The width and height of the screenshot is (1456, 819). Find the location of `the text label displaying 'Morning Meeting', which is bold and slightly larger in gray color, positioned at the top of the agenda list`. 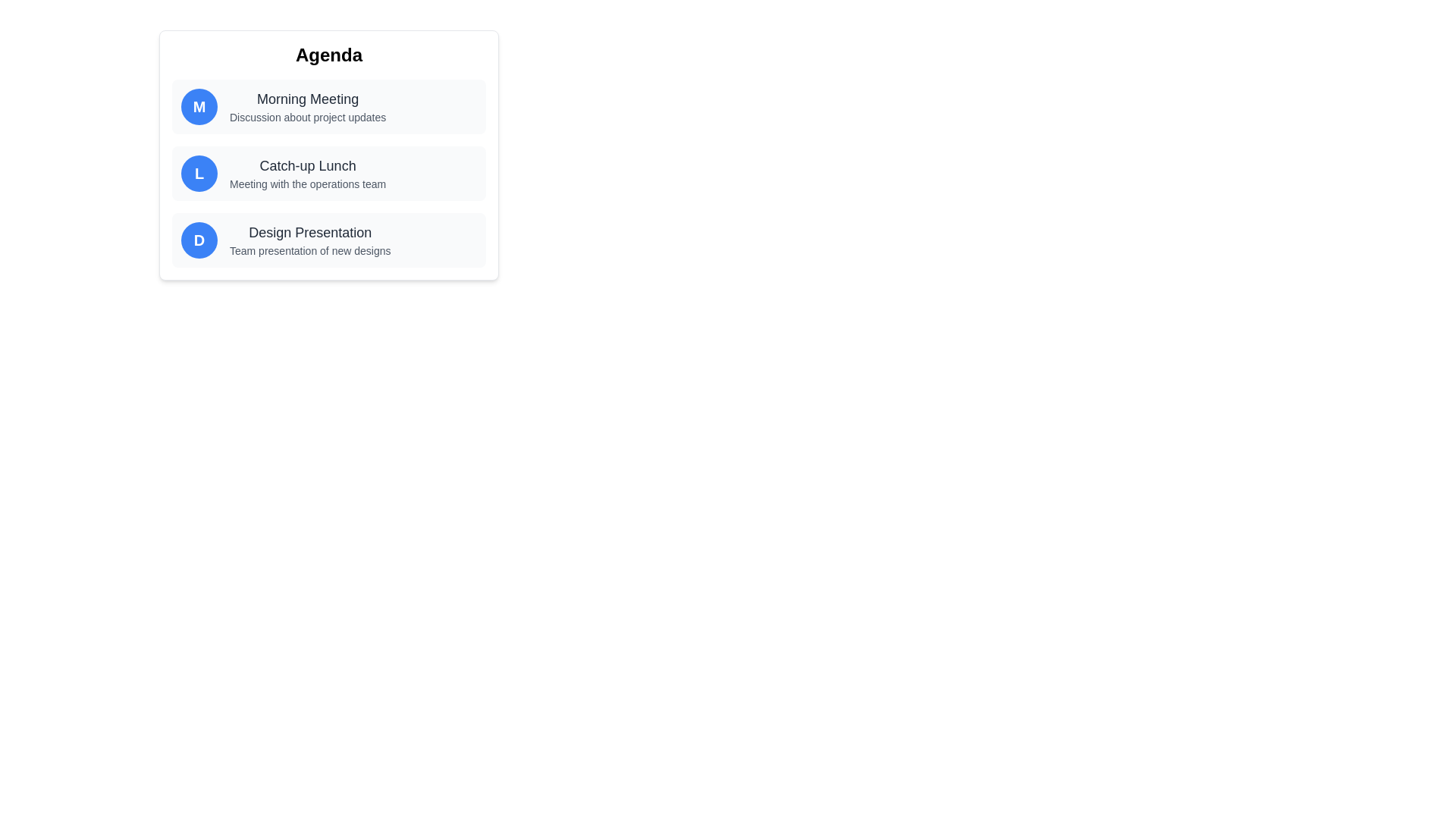

the text label displaying 'Morning Meeting', which is bold and slightly larger in gray color, positioned at the top of the agenda list is located at coordinates (307, 99).